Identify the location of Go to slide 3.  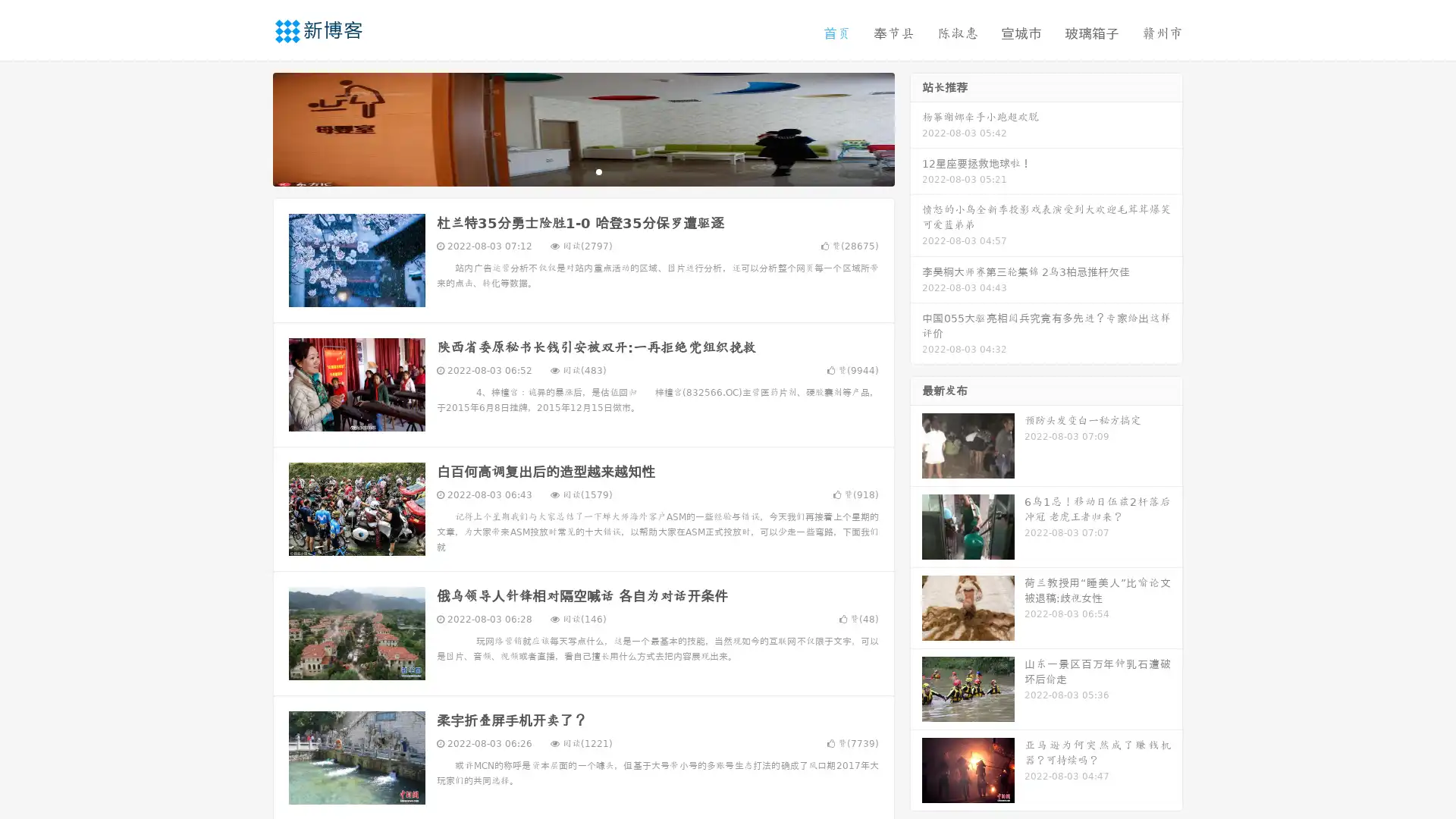
(598, 171).